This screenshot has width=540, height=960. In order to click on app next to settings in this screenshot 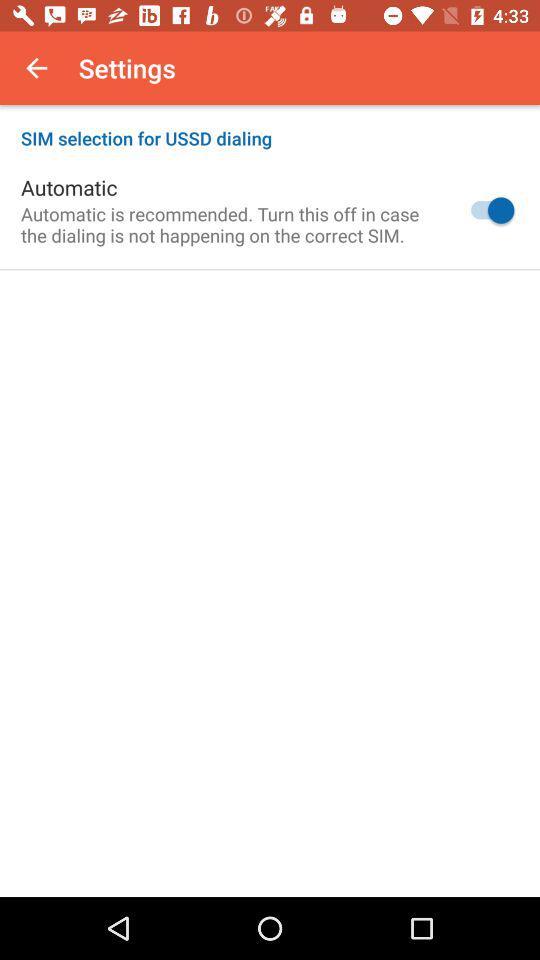, I will do `click(36, 68)`.